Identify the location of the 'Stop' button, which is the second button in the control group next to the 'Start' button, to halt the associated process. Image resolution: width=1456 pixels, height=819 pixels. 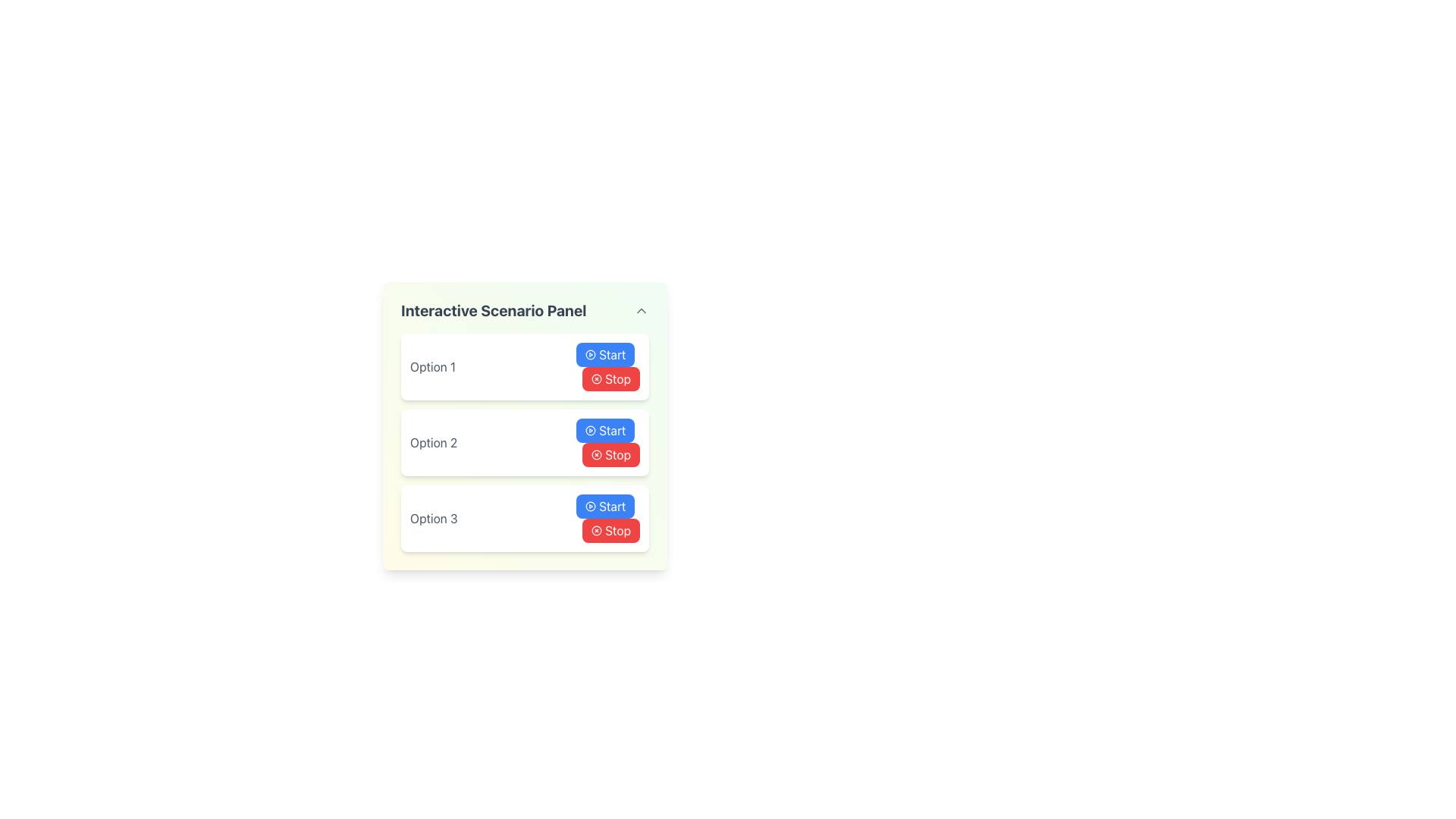
(611, 529).